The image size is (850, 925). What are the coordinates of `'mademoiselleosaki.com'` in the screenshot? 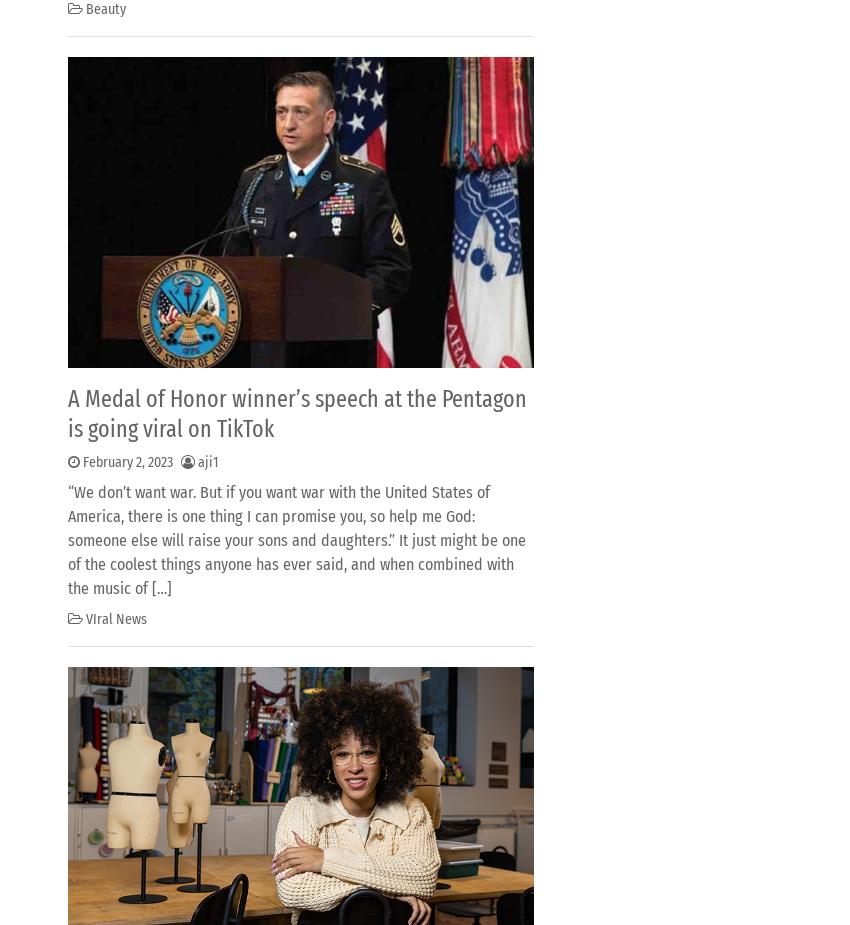 It's located at (276, 166).